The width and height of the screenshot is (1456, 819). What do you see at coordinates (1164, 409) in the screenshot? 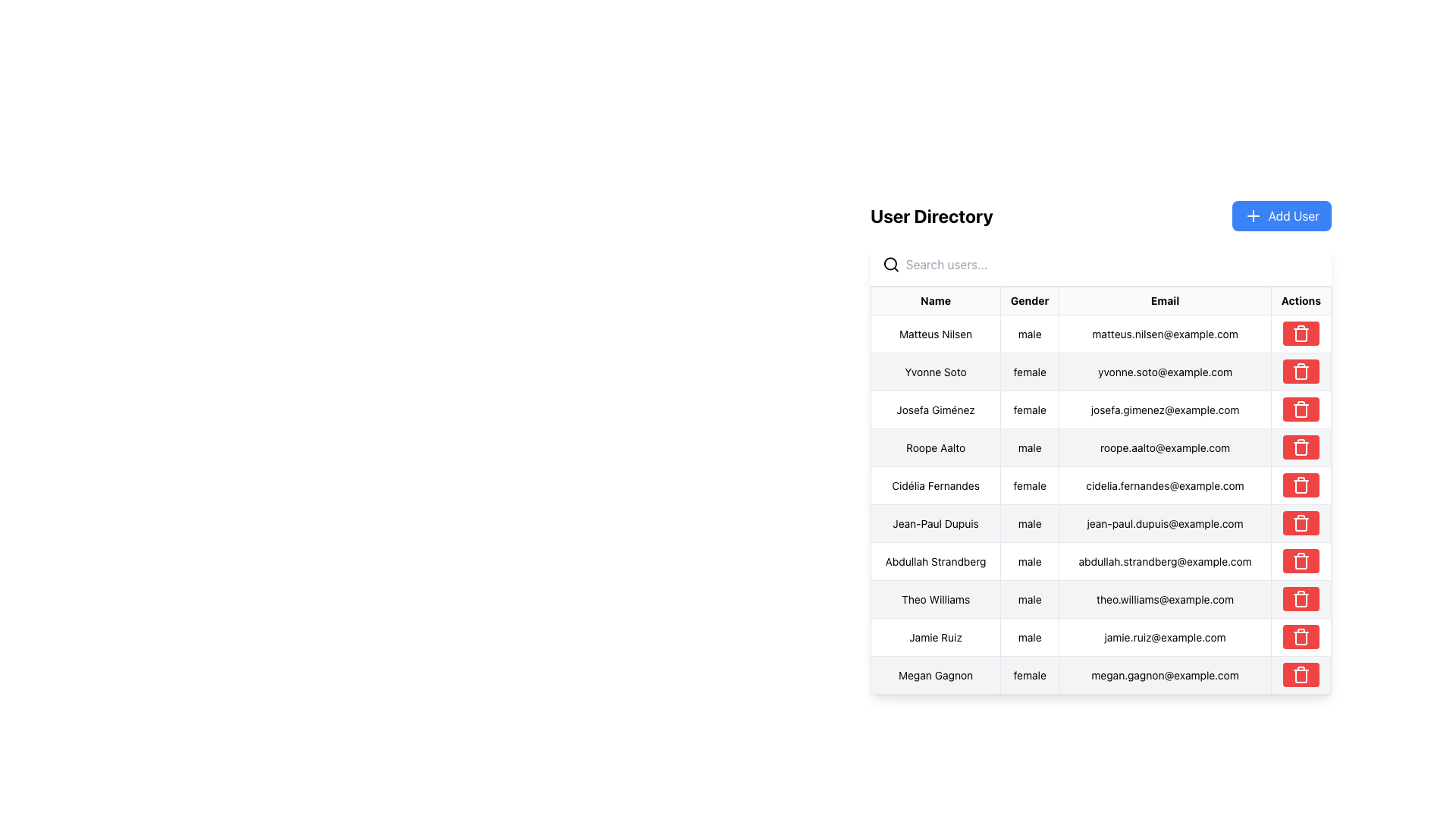
I see `the informational text field displaying the email 'josefa.gimenez@example.com' located in the third row of the user listing table, between the 'Gender' and 'Actions' columns` at bounding box center [1164, 409].